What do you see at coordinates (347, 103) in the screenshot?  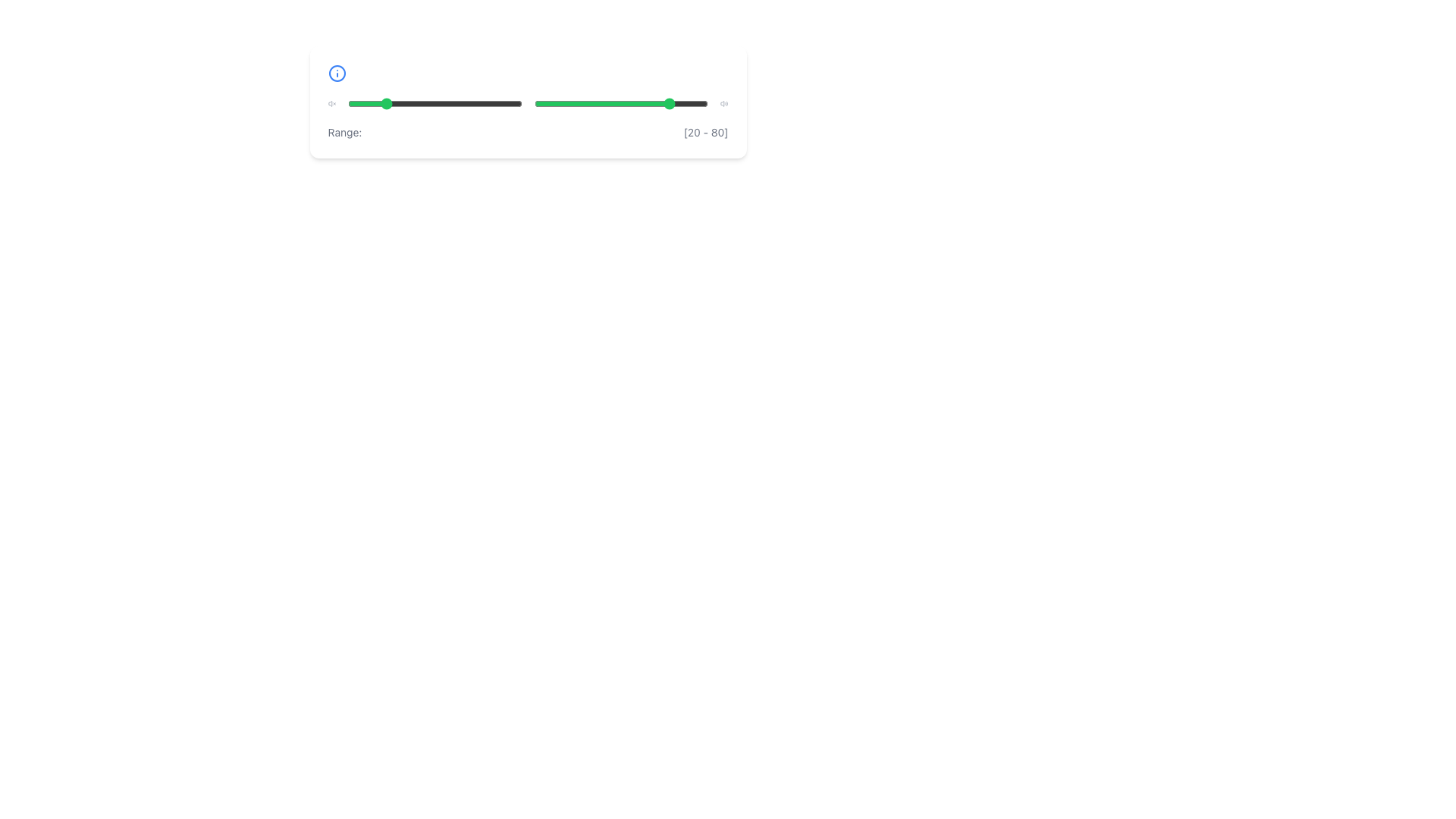 I see `the slider` at bounding box center [347, 103].